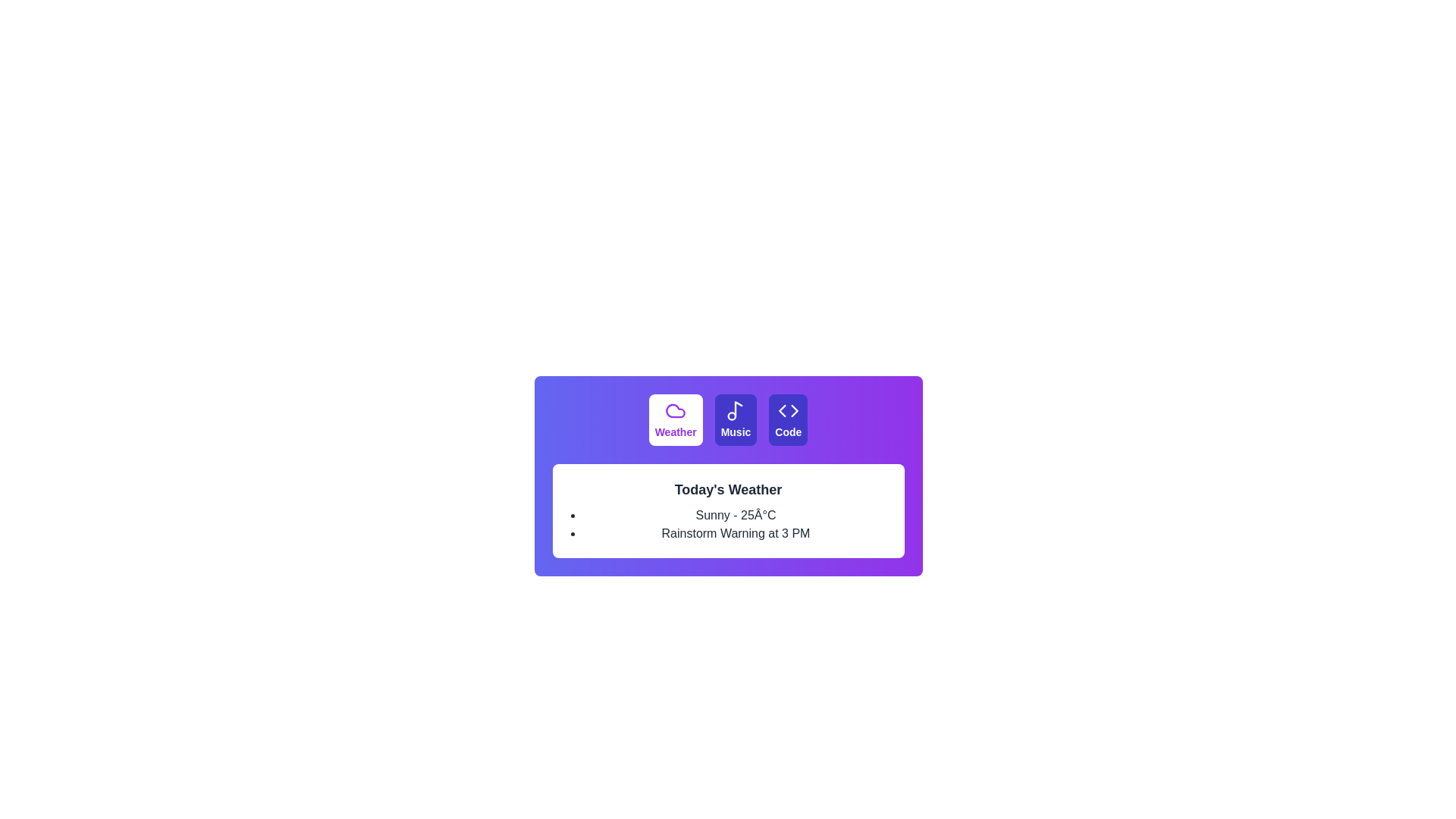 This screenshot has height=819, width=1456. What do you see at coordinates (675, 420) in the screenshot?
I see `the 'Weather' button, which features a purple cloud icon and bold purple text` at bounding box center [675, 420].